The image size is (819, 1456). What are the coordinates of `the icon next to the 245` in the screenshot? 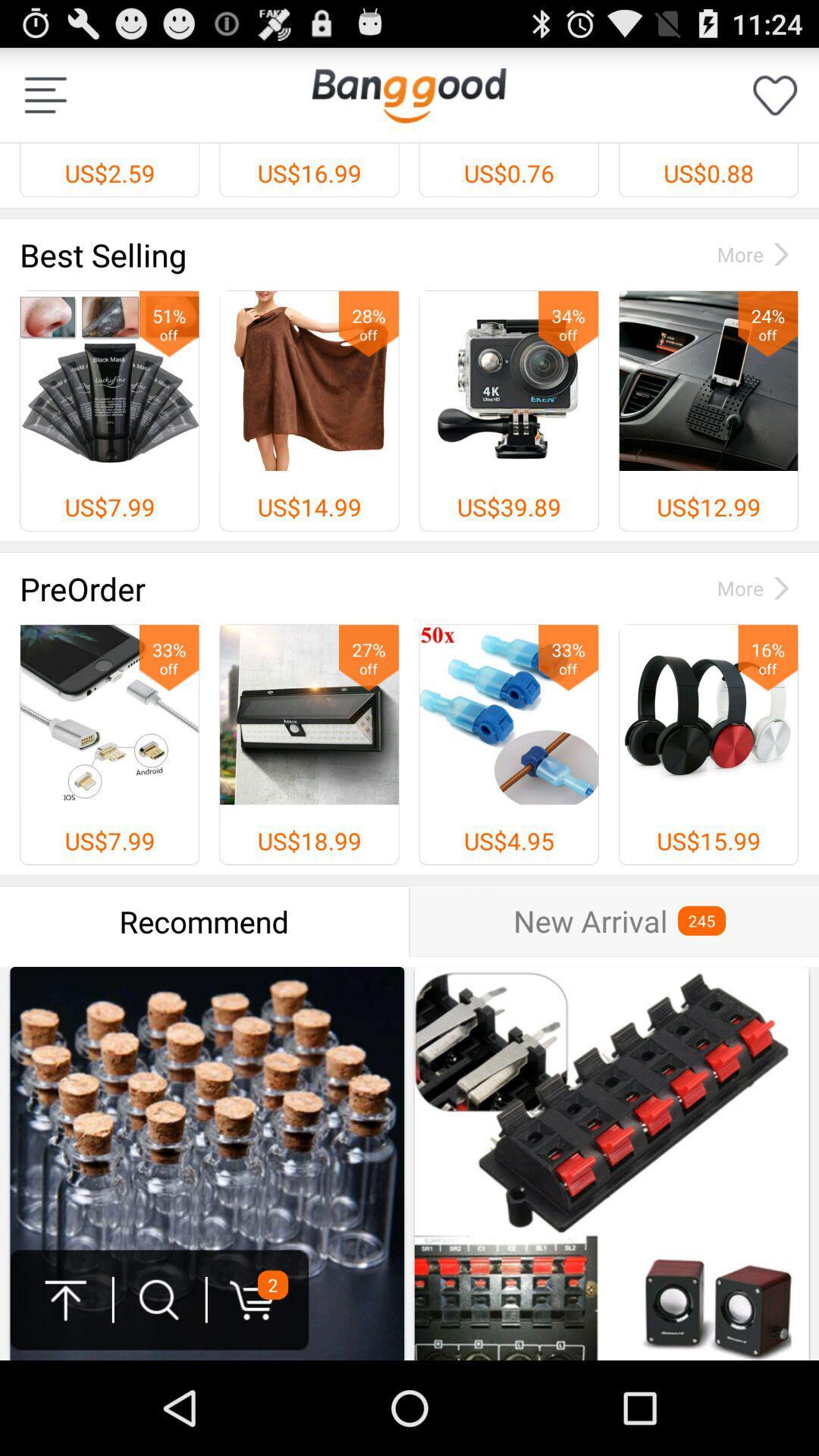 It's located at (589, 920).